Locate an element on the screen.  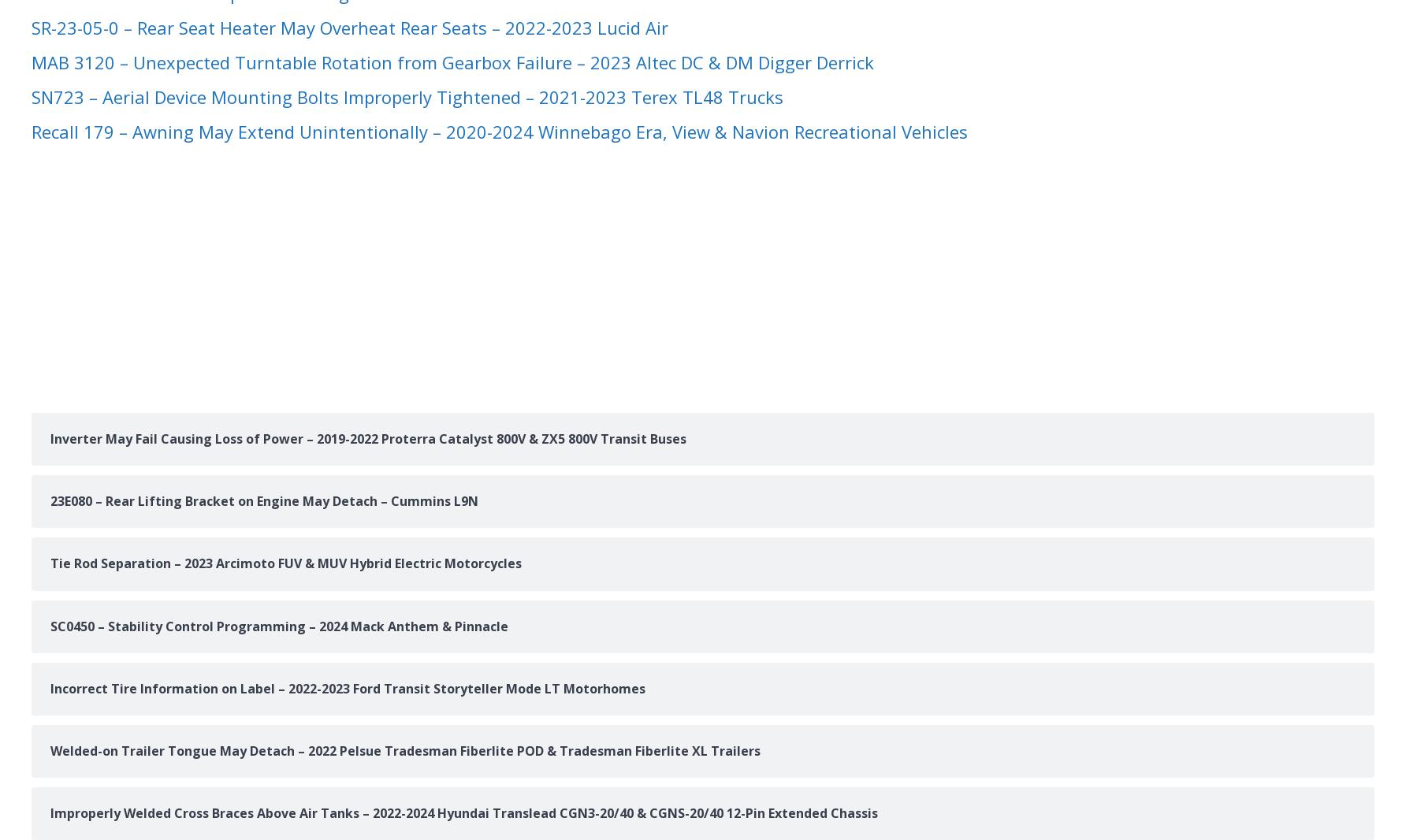
'SR-23-05-0 – Rear Seat Heater May Overheat Rear Seats – 2022-2023 Lucid Air' is located at coordinates (349, 26).